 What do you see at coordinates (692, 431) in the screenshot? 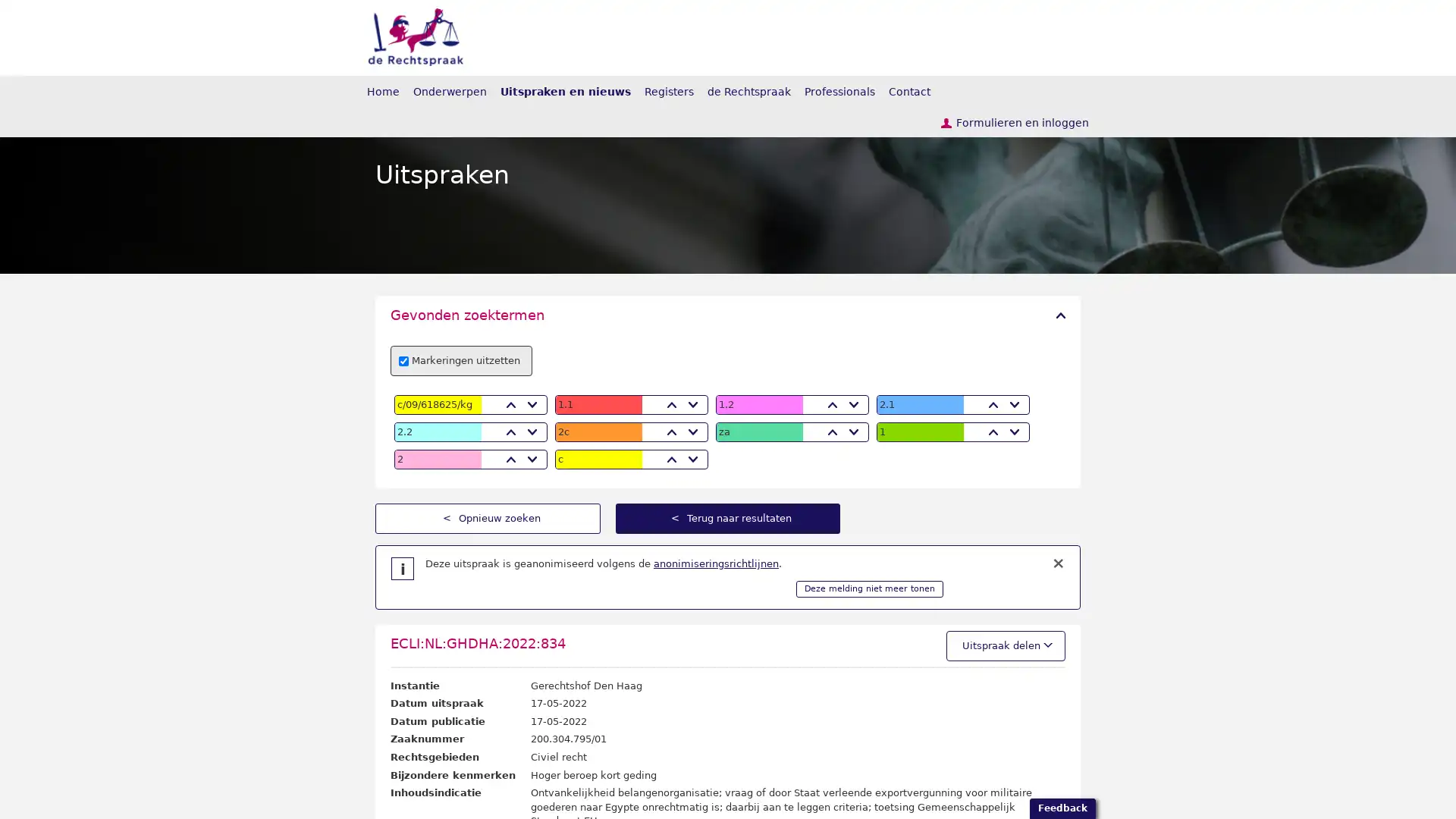
I see `Volgende zoek term` at bounding box center [692, 431].